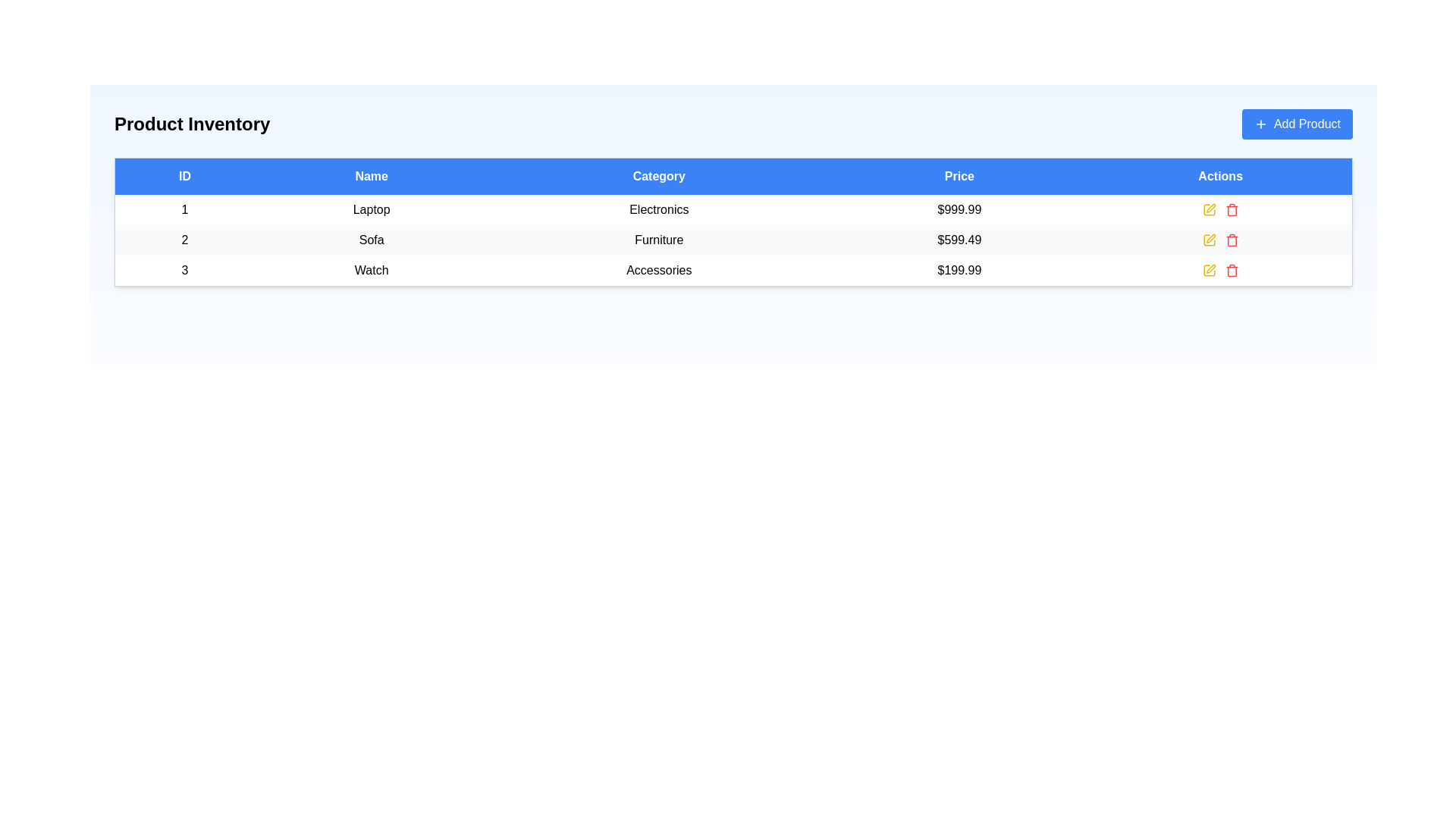 This screenshot has width=1456, height=819. What do you see at coordinates (733, 210) in the screenshot?
I see `on the first product entry row in the table` at bounding box center [733, 210].